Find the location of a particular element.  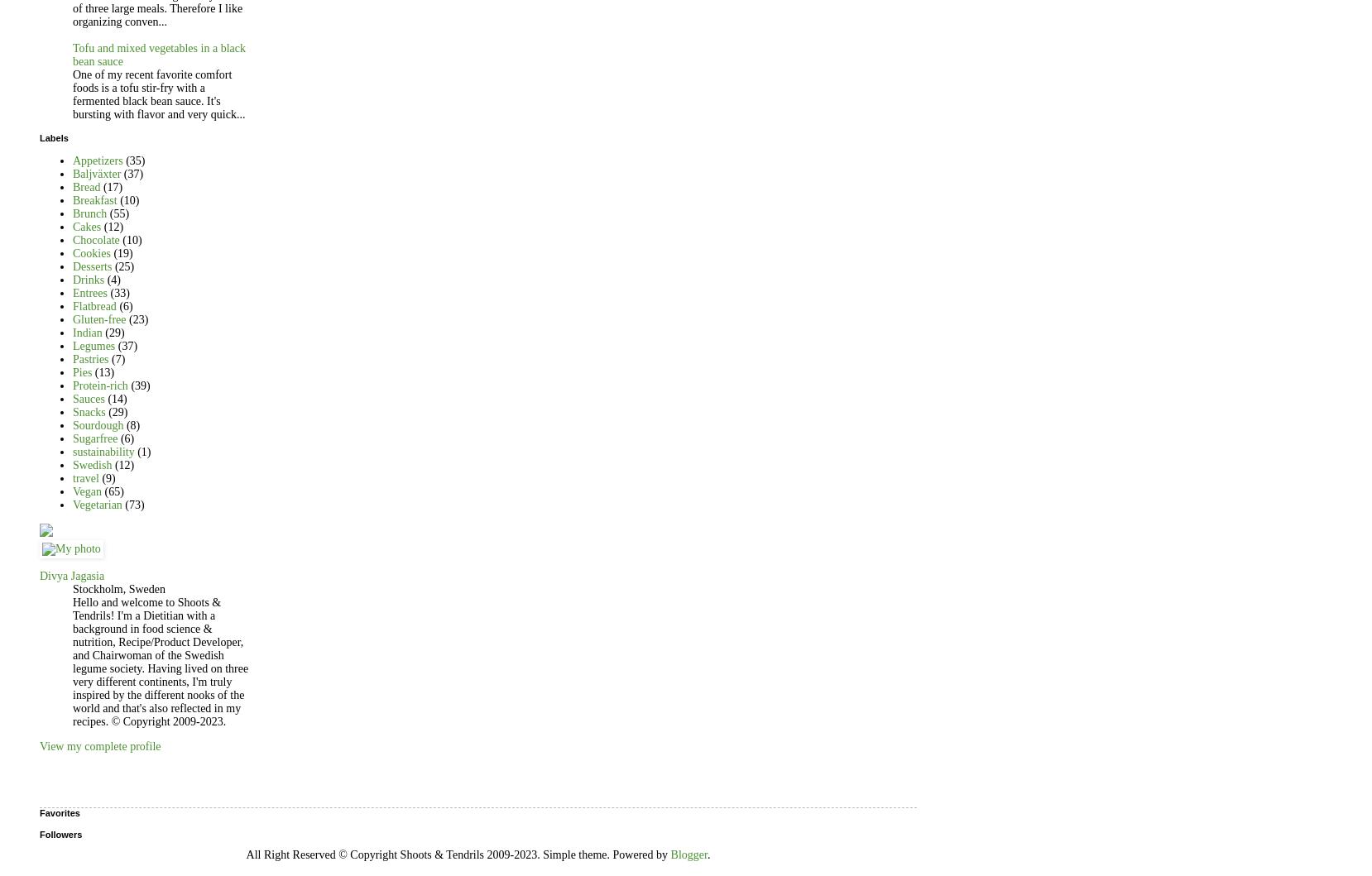

'Bread' is located at coordinates (85, 187).